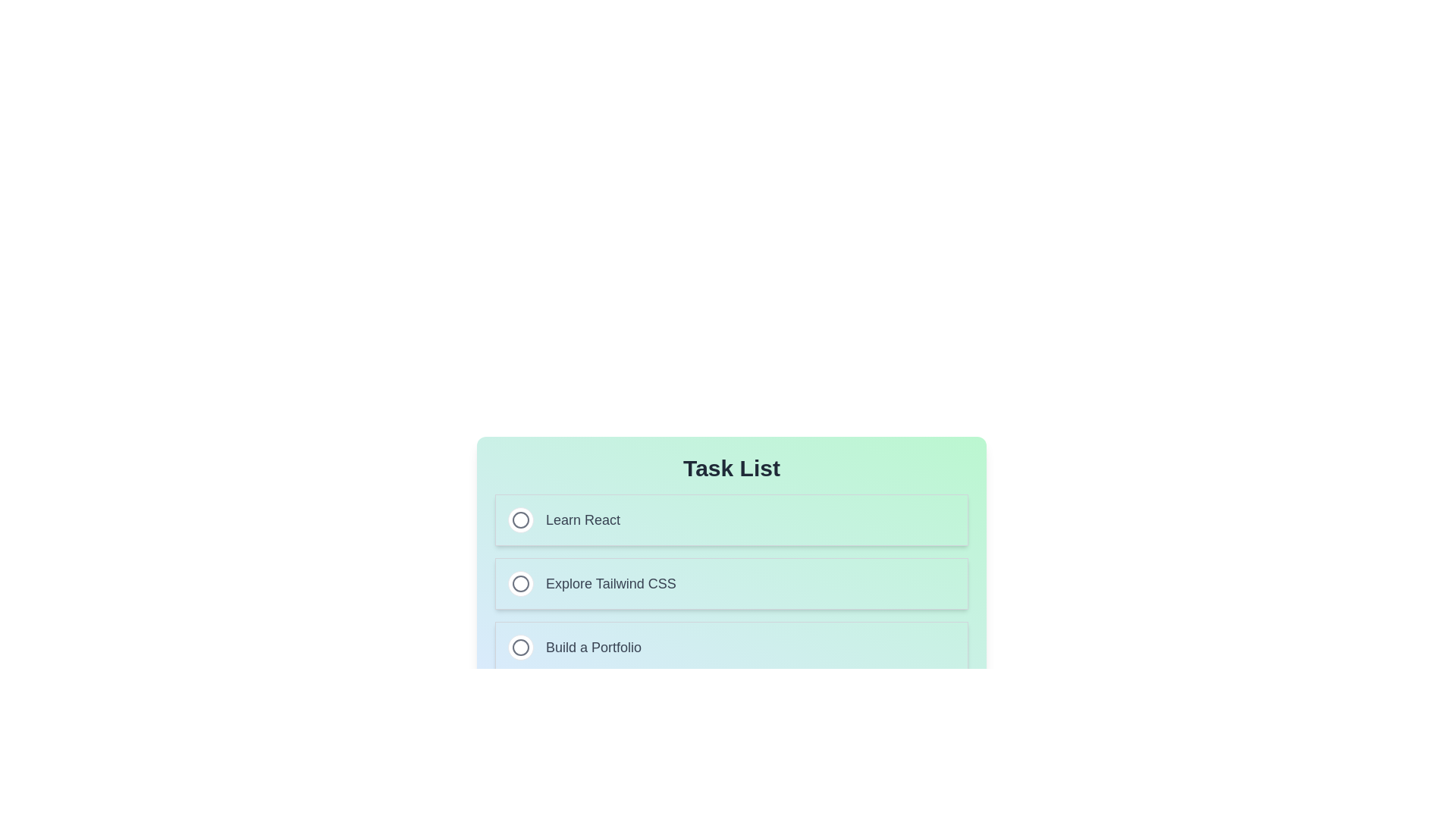  I want to click on static text label that describes the task item named 'Build a Portfolio', which is the third item in the vertical task list interface, so click(592, 647).